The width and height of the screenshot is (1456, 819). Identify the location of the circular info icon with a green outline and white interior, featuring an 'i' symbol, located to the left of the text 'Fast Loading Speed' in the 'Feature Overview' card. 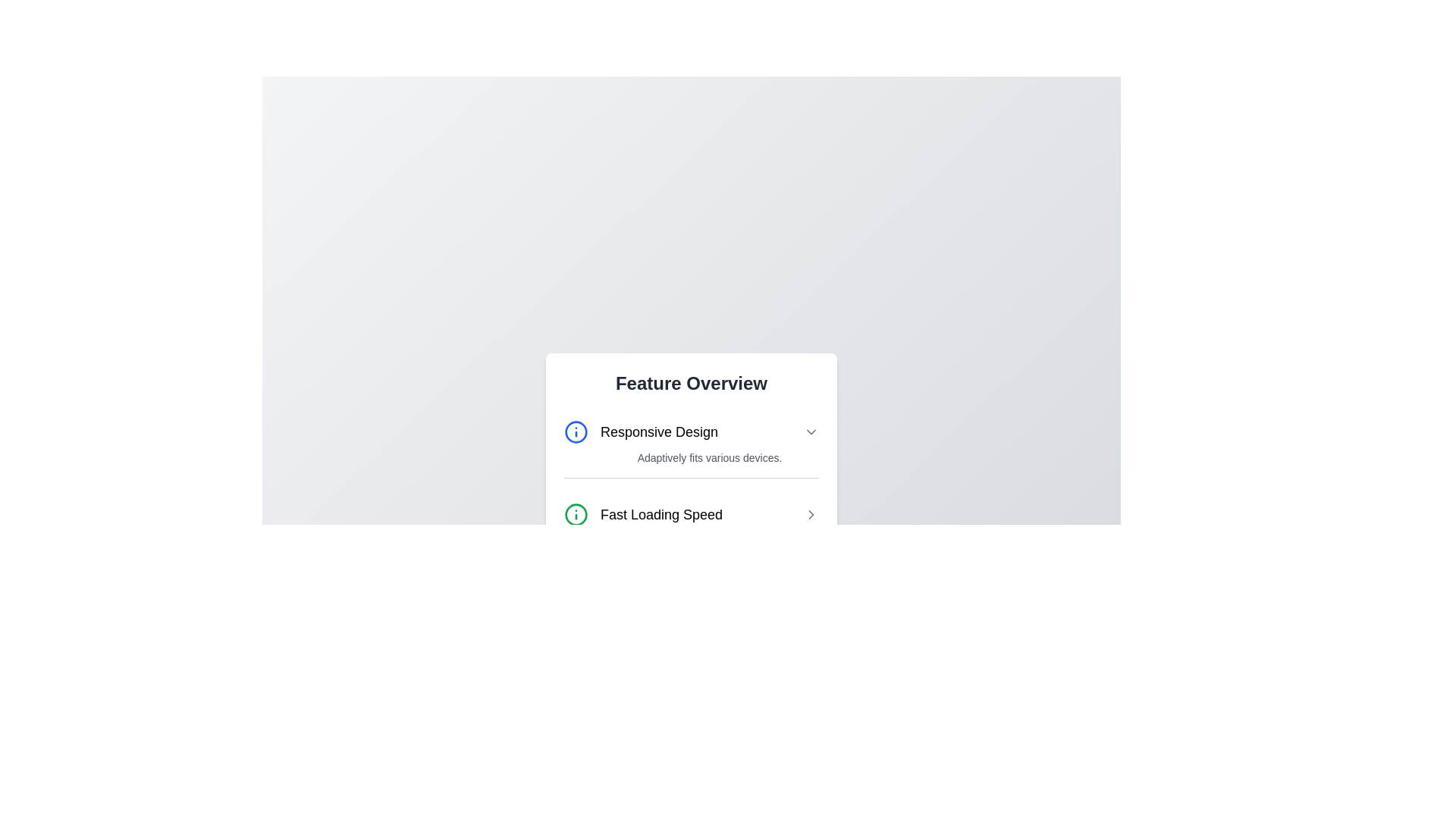
(575, 513).